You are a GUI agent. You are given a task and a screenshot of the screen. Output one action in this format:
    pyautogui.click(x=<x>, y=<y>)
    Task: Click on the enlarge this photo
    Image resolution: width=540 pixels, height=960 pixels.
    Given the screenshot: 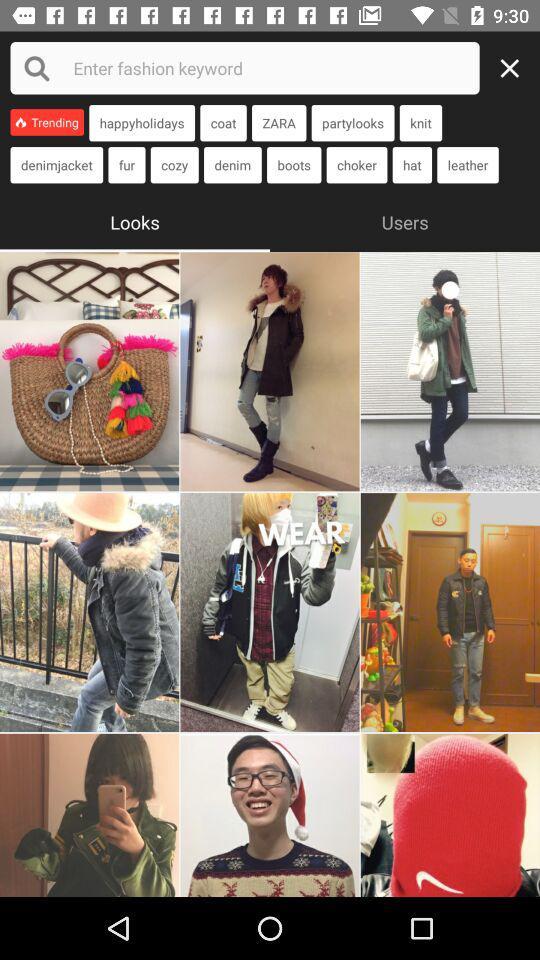 What is the action you would take?
    pyautogui.click(x=88, y=815)
    